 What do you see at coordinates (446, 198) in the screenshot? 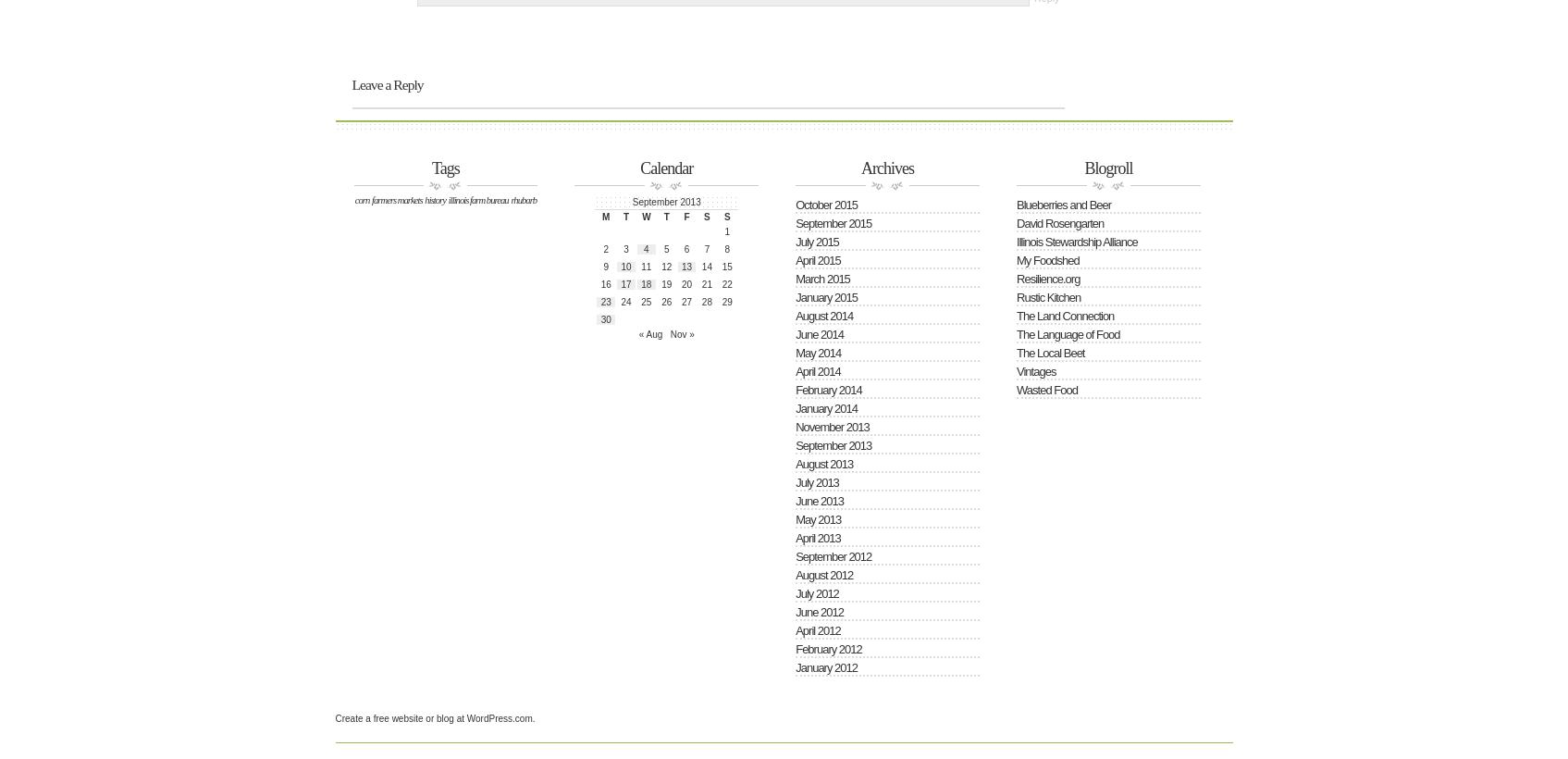
I see `'Illinois Farm Bureau'` at bounding box center [446, 198].